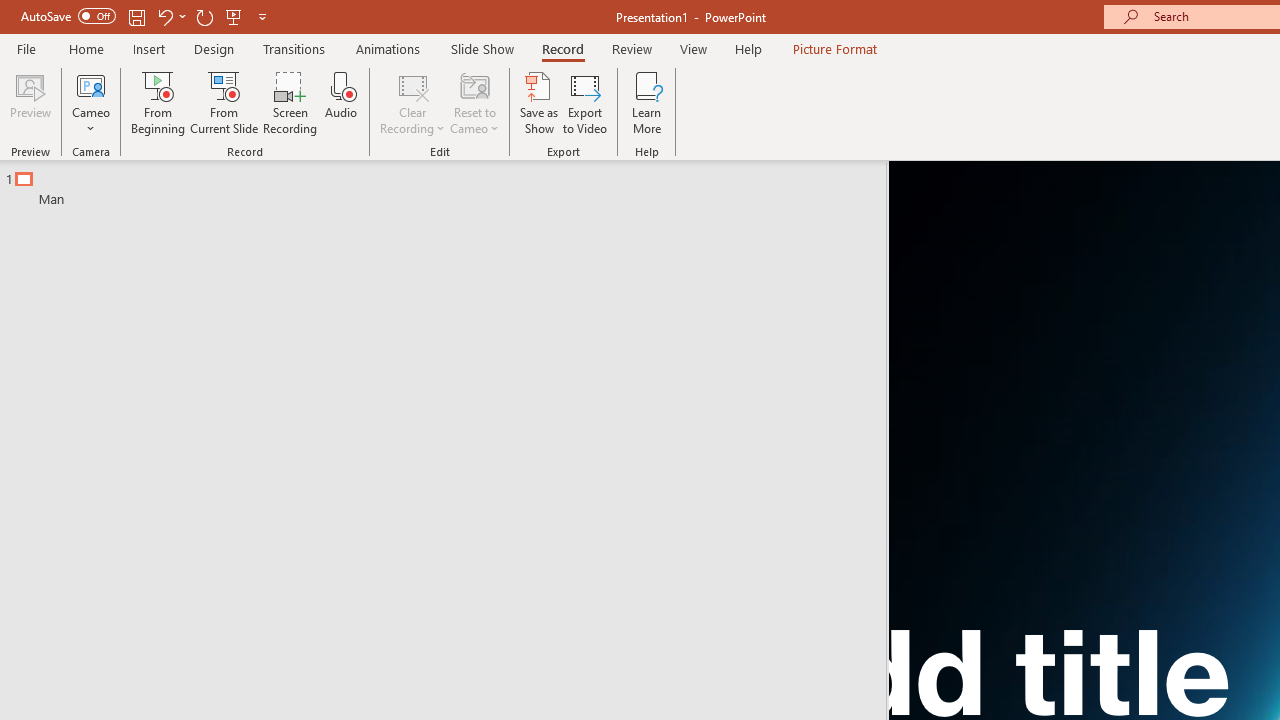 This screenshot has width=1280, height=720. I want to click on 'File Tab', so click(26, 47).